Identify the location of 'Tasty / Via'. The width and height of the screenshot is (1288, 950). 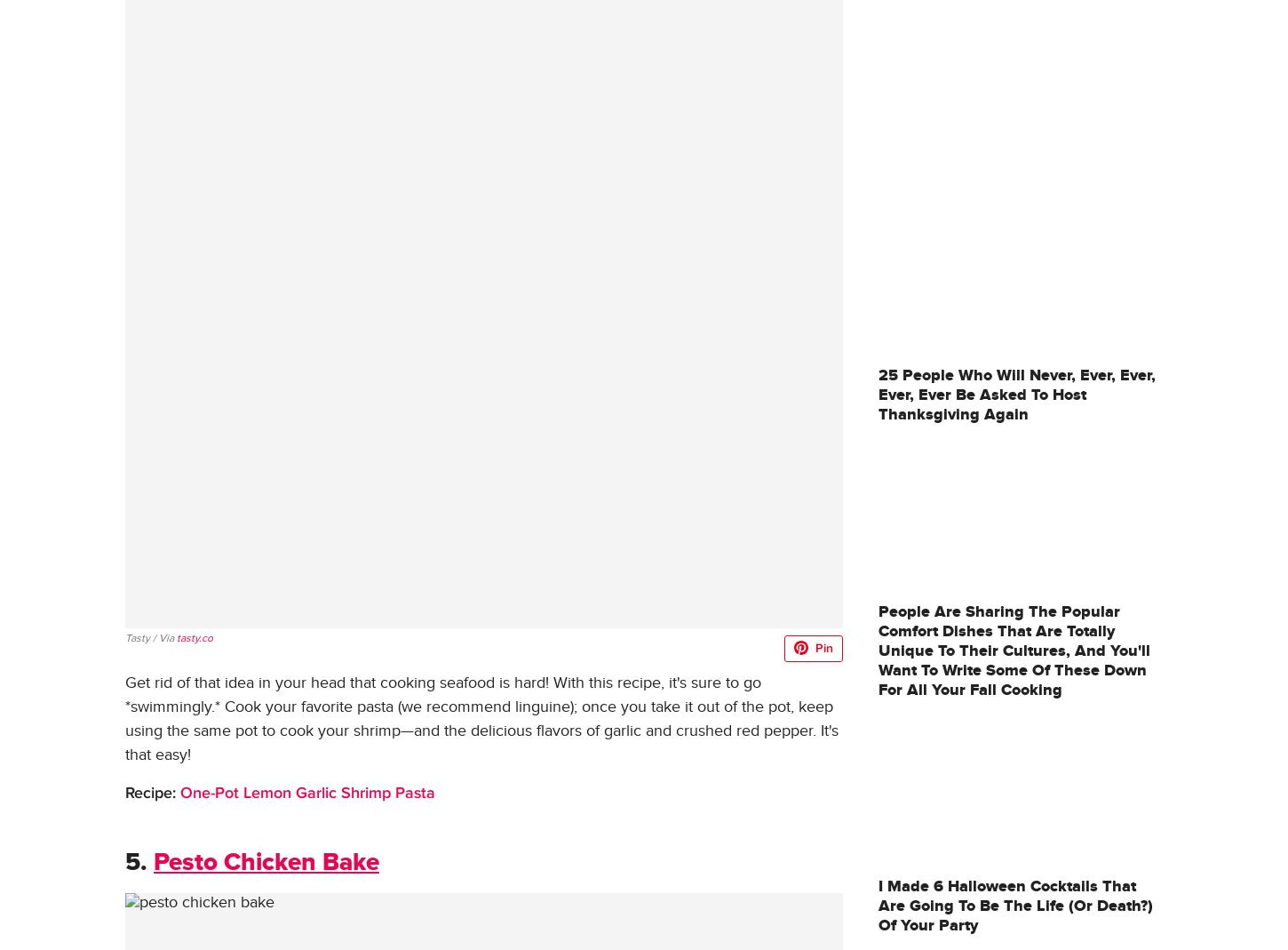
(149, 637).